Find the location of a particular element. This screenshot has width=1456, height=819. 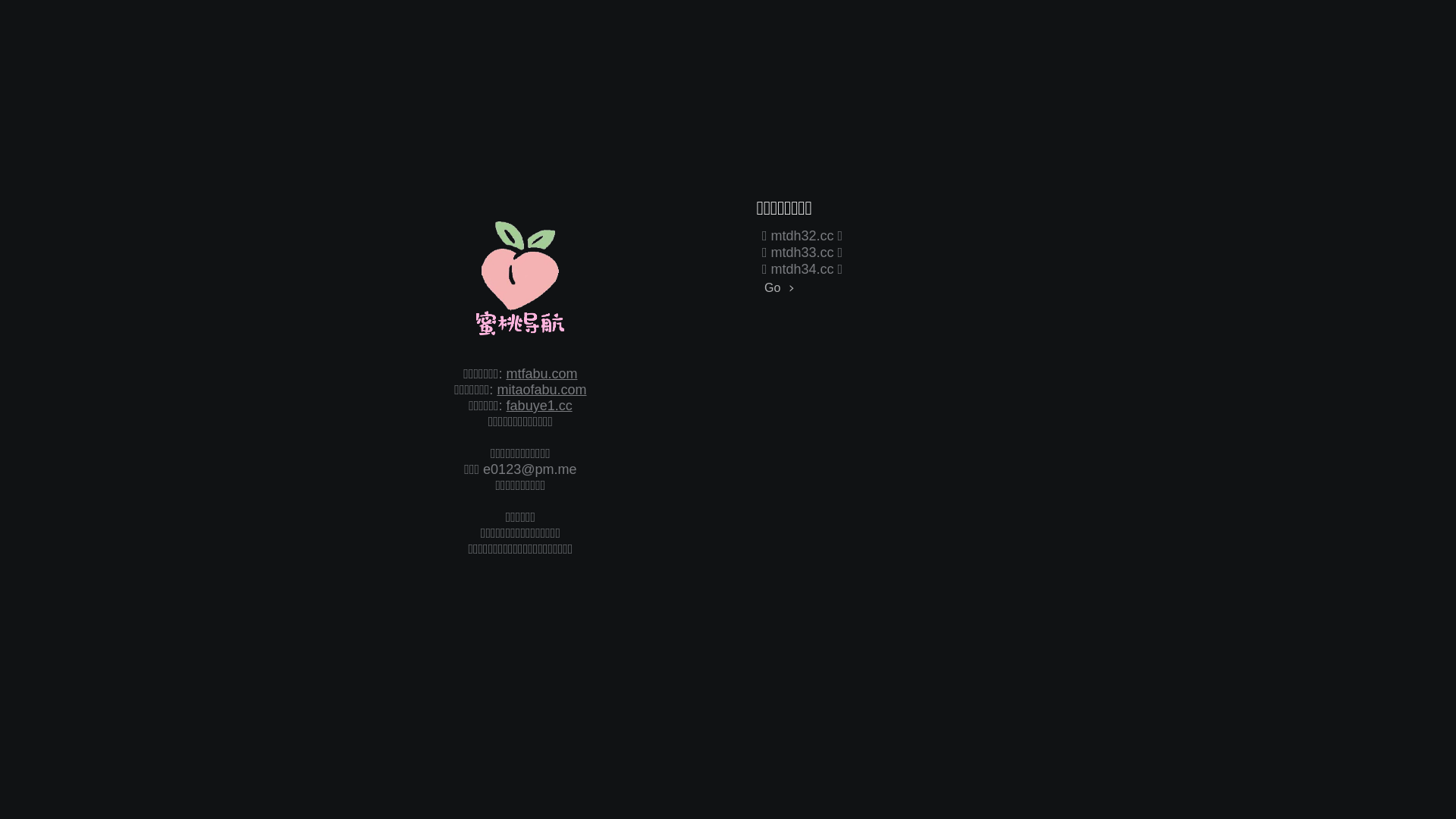

'mtfabu.com' is located at coordinates (541, 374).